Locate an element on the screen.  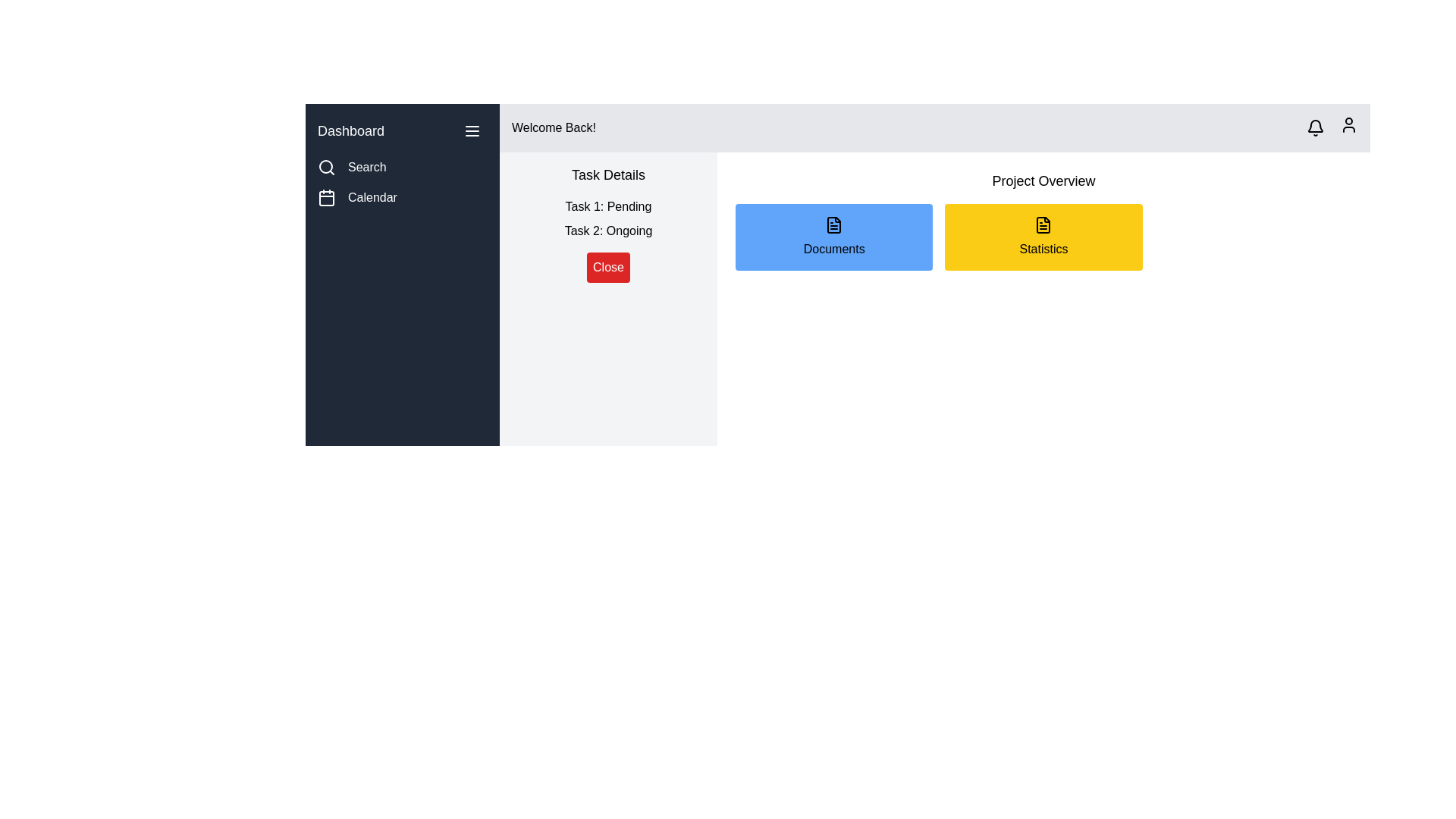
the menu grouping located in the sidebar, positioned directly below the 'Dashboard' title is located at coordinates (403, 181).